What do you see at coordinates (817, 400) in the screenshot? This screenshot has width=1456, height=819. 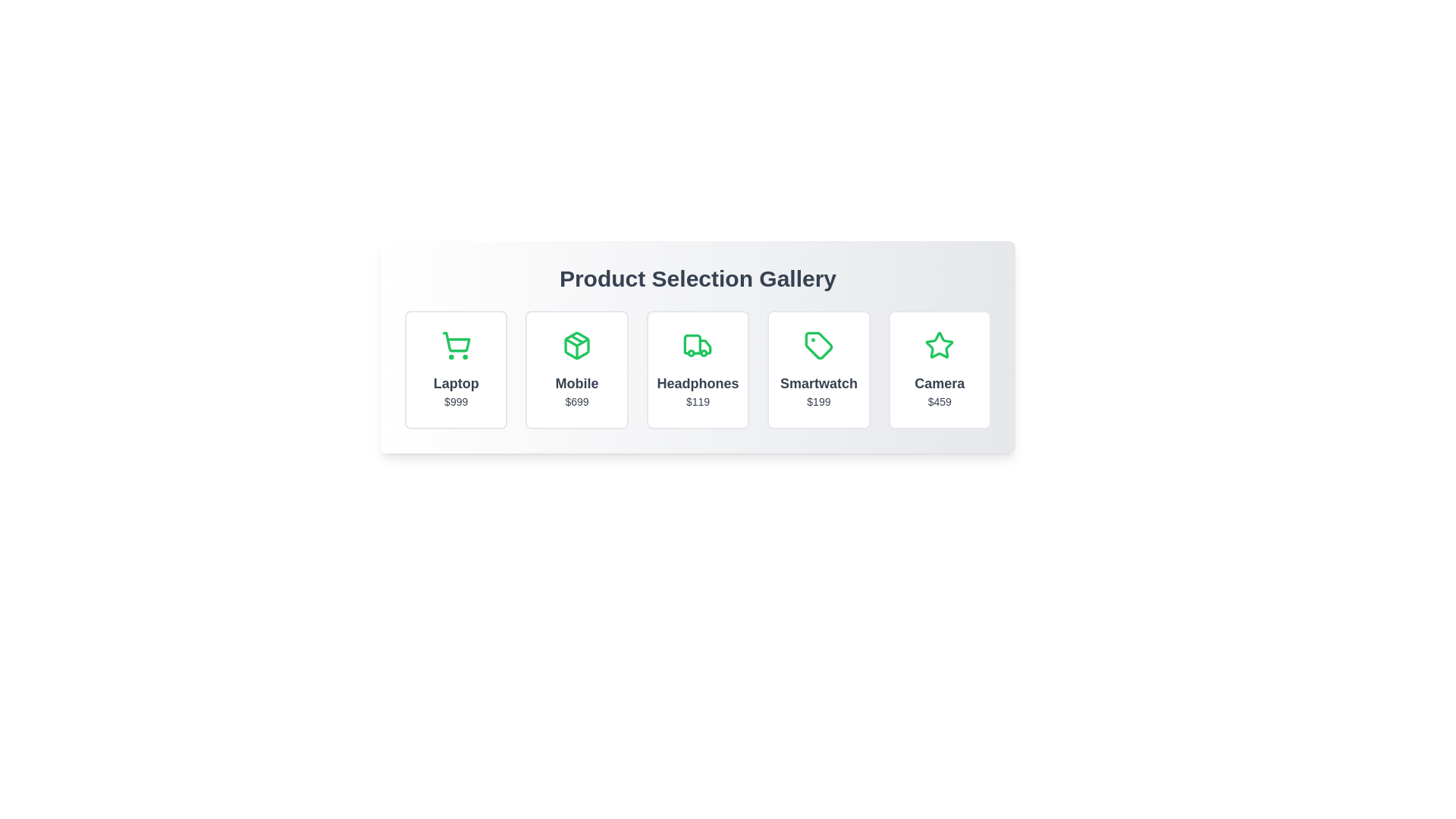 I see `the text label displaying the price '$199', which is located beneath the item title 'Smartwatch' in the fourth card of the grid layout` at bounding box center [817, 400].